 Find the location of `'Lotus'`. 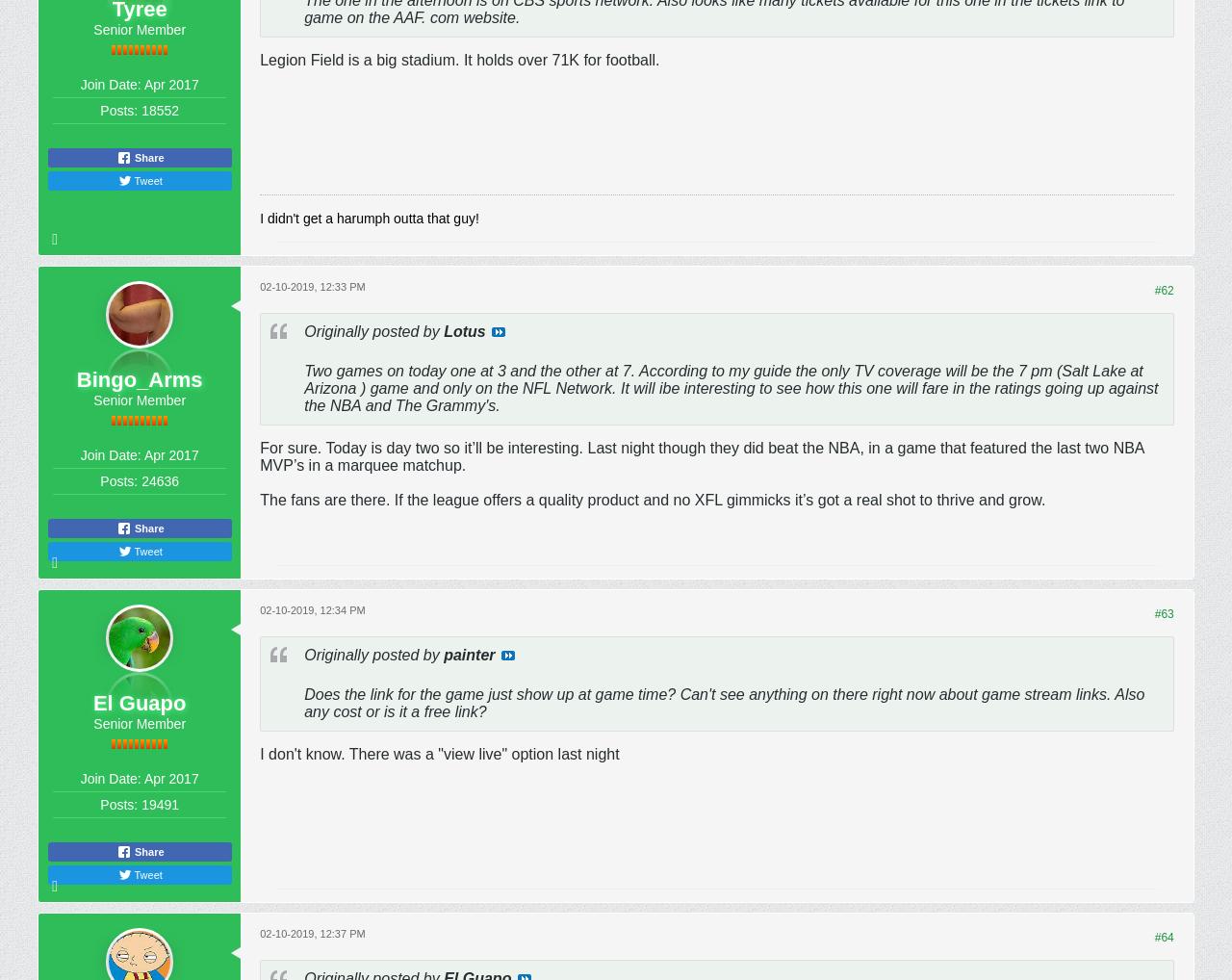

'Lotus' is located at coordinates (464, 329).